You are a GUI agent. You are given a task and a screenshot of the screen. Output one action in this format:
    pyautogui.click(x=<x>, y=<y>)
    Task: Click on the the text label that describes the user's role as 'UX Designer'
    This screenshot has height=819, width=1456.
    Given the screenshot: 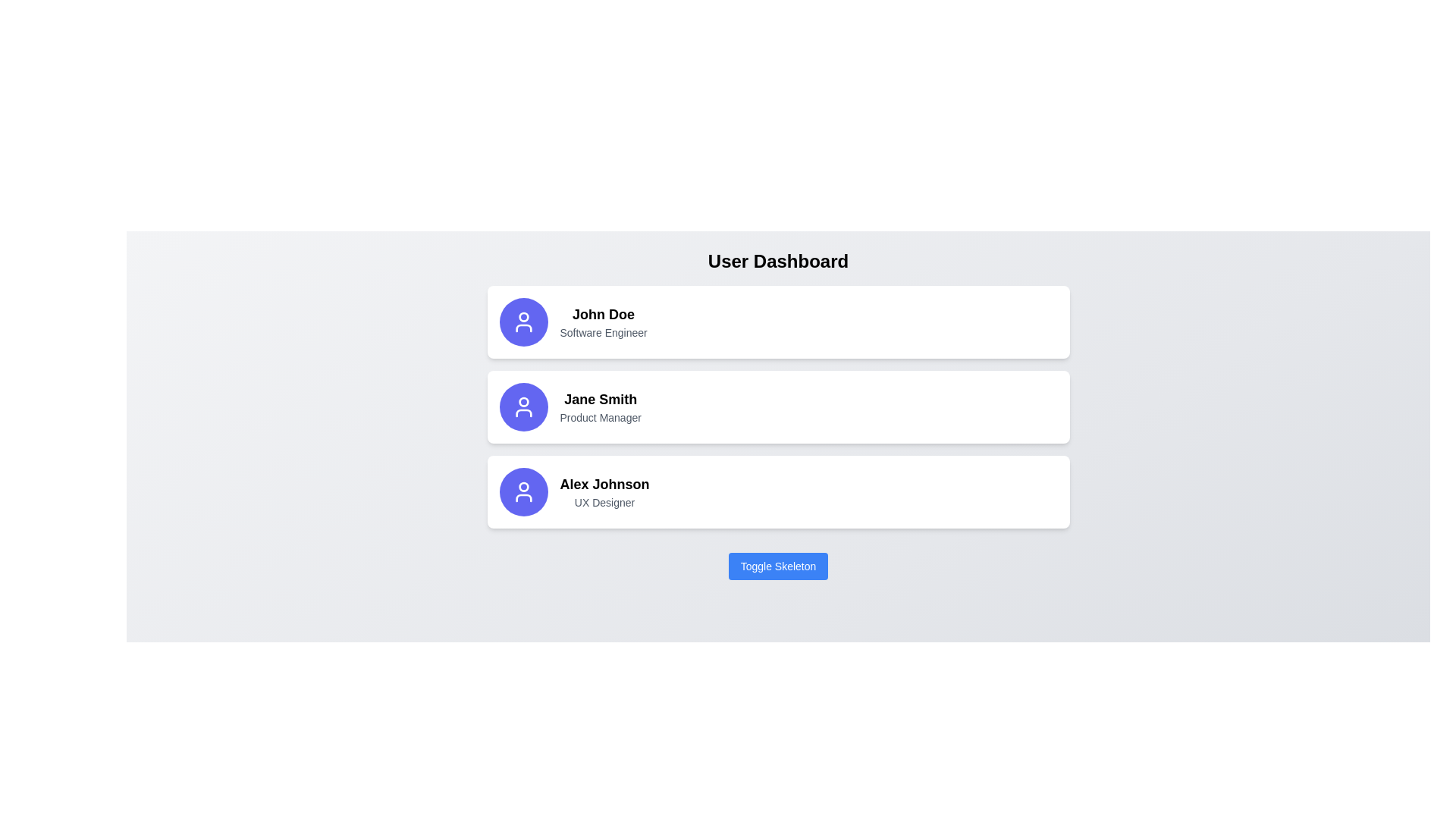 What is the action you would take?
    pyautogui.click(x=604, y=503)
    